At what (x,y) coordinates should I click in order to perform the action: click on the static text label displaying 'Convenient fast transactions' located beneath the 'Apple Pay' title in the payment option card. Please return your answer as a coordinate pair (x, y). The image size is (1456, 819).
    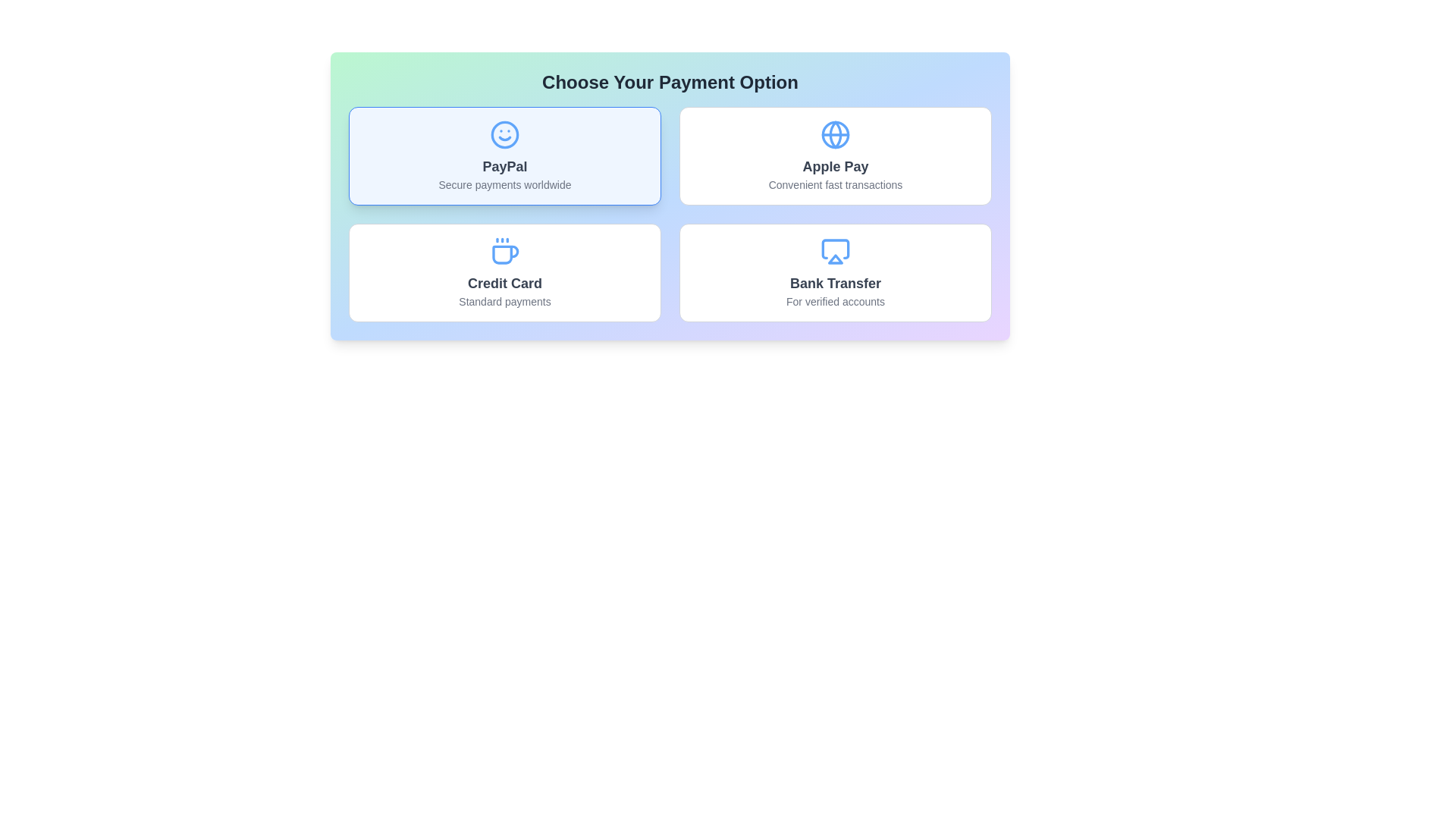
    Looking at the image, I should click on (835, 184).